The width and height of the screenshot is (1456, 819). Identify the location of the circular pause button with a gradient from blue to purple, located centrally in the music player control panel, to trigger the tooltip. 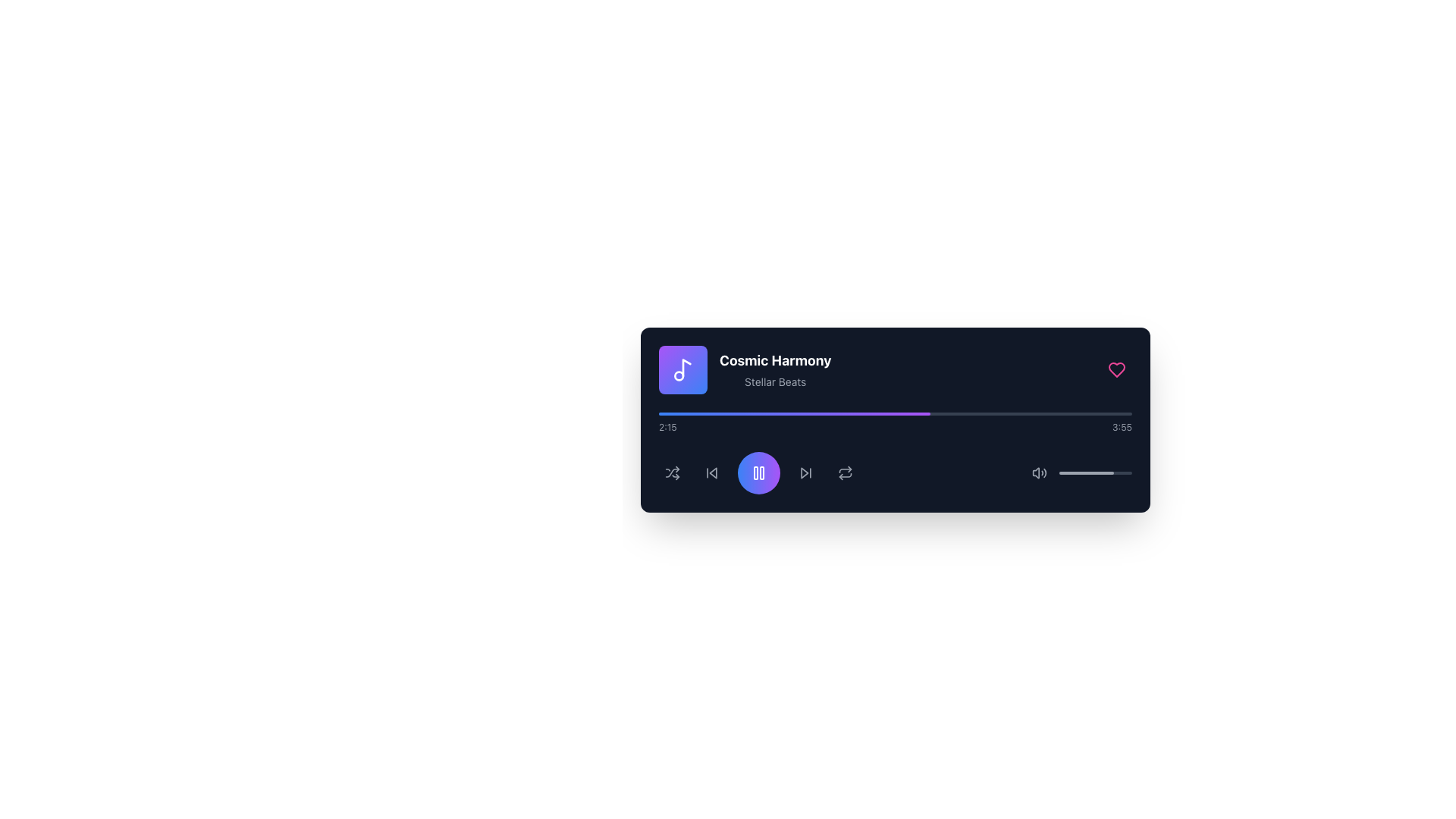
(759, 472).